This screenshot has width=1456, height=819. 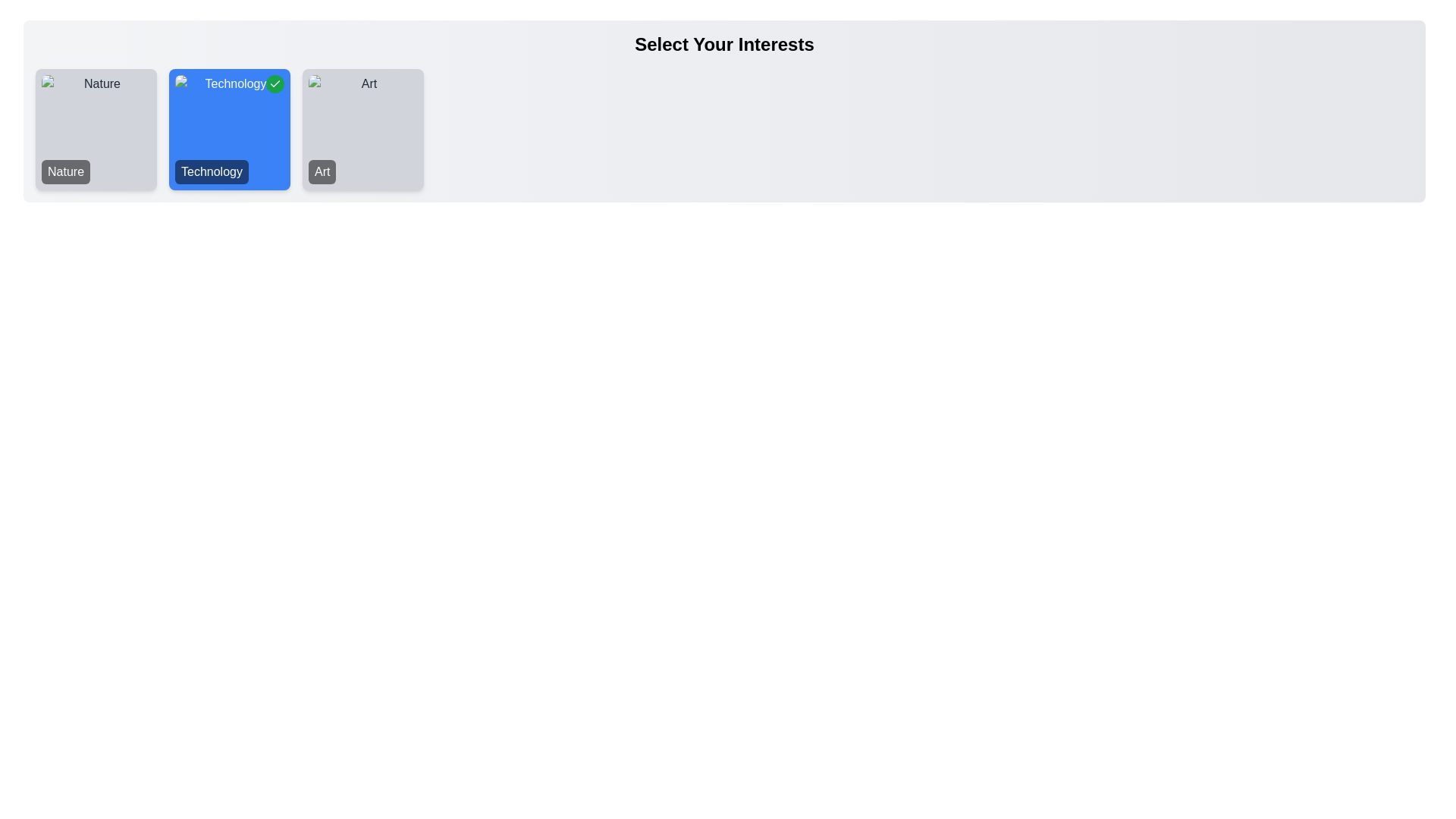 What do you see at coordinates (228, 128) in the screenshot?
I see `the chip labeled Technology` at bounding box center [228, 128].